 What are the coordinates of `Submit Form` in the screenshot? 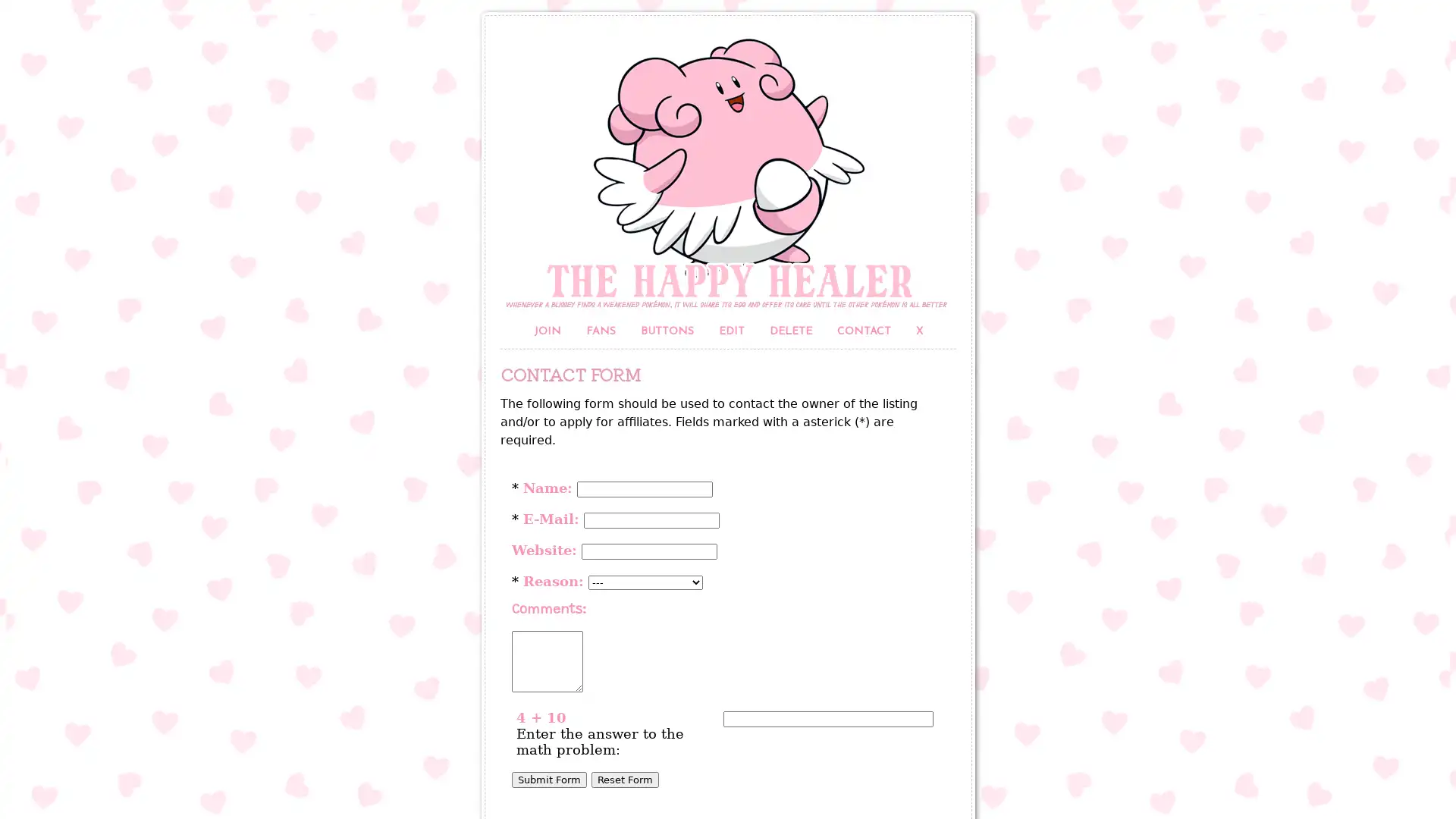 It's located at (548, 780).